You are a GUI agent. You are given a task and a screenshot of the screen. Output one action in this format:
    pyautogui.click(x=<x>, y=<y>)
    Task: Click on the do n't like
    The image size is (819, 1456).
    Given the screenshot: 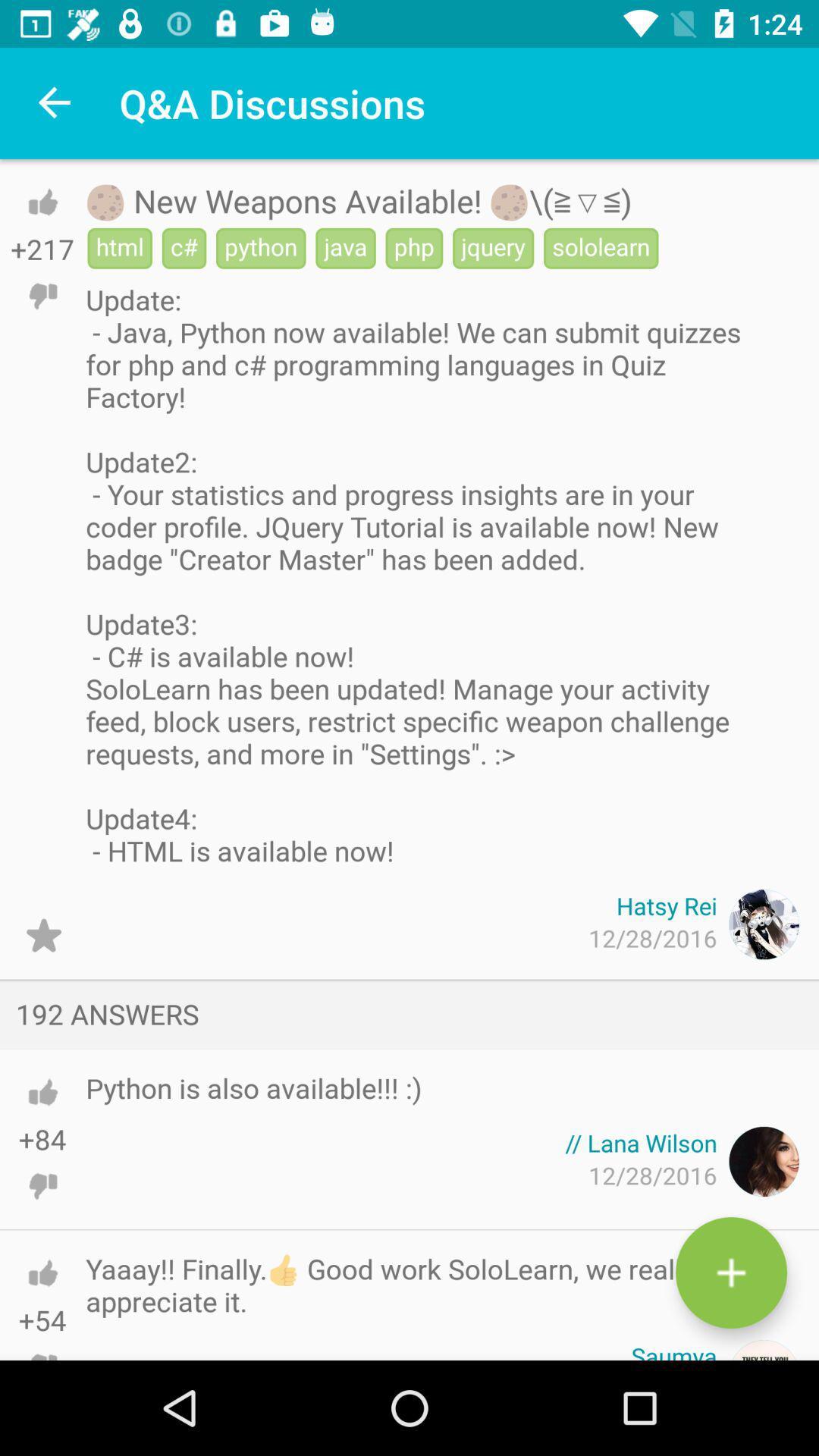 What is the action you would take?
    pyautogui.click(x=42, y=1185)
    